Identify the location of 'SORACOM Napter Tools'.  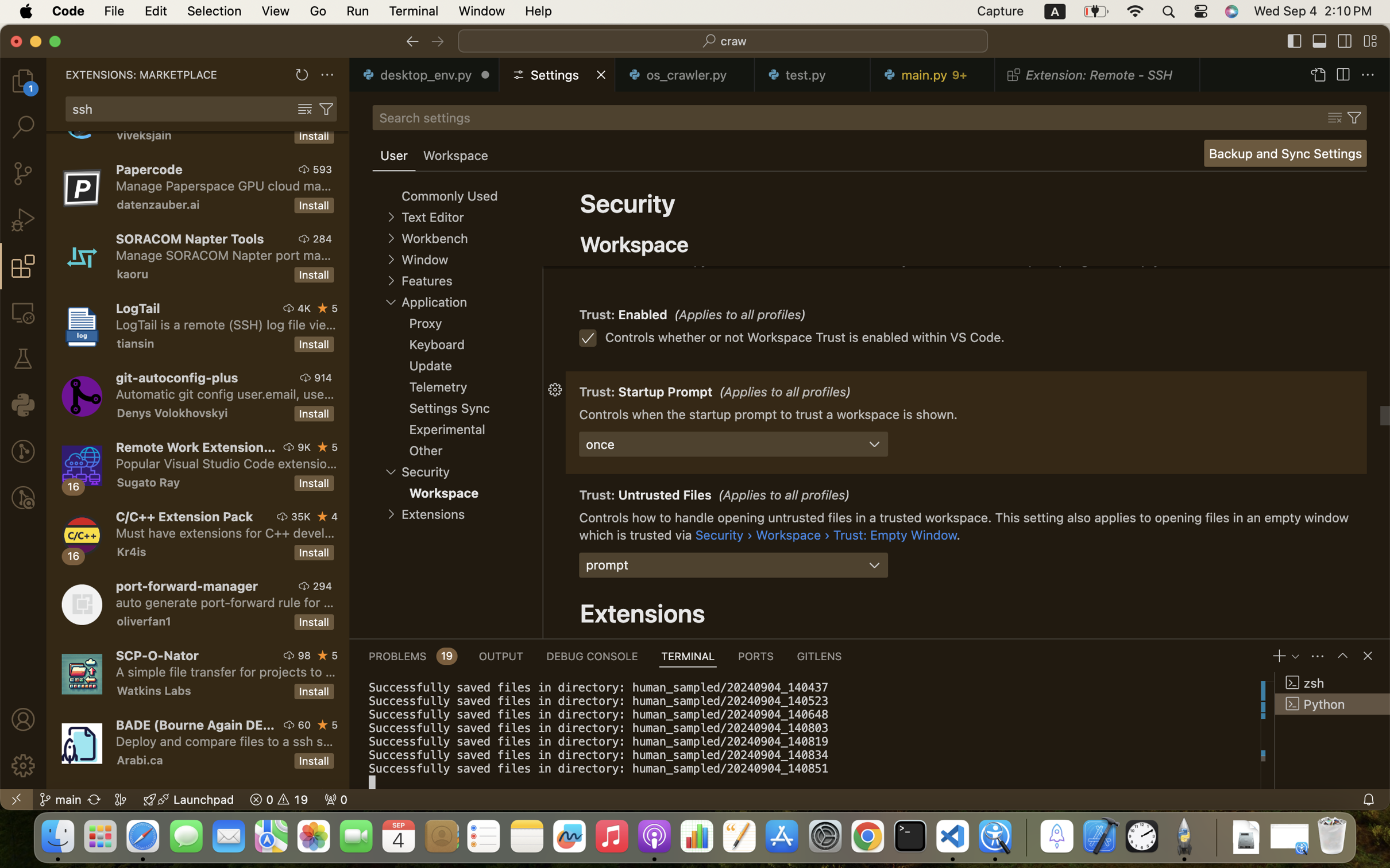
(189, 238).